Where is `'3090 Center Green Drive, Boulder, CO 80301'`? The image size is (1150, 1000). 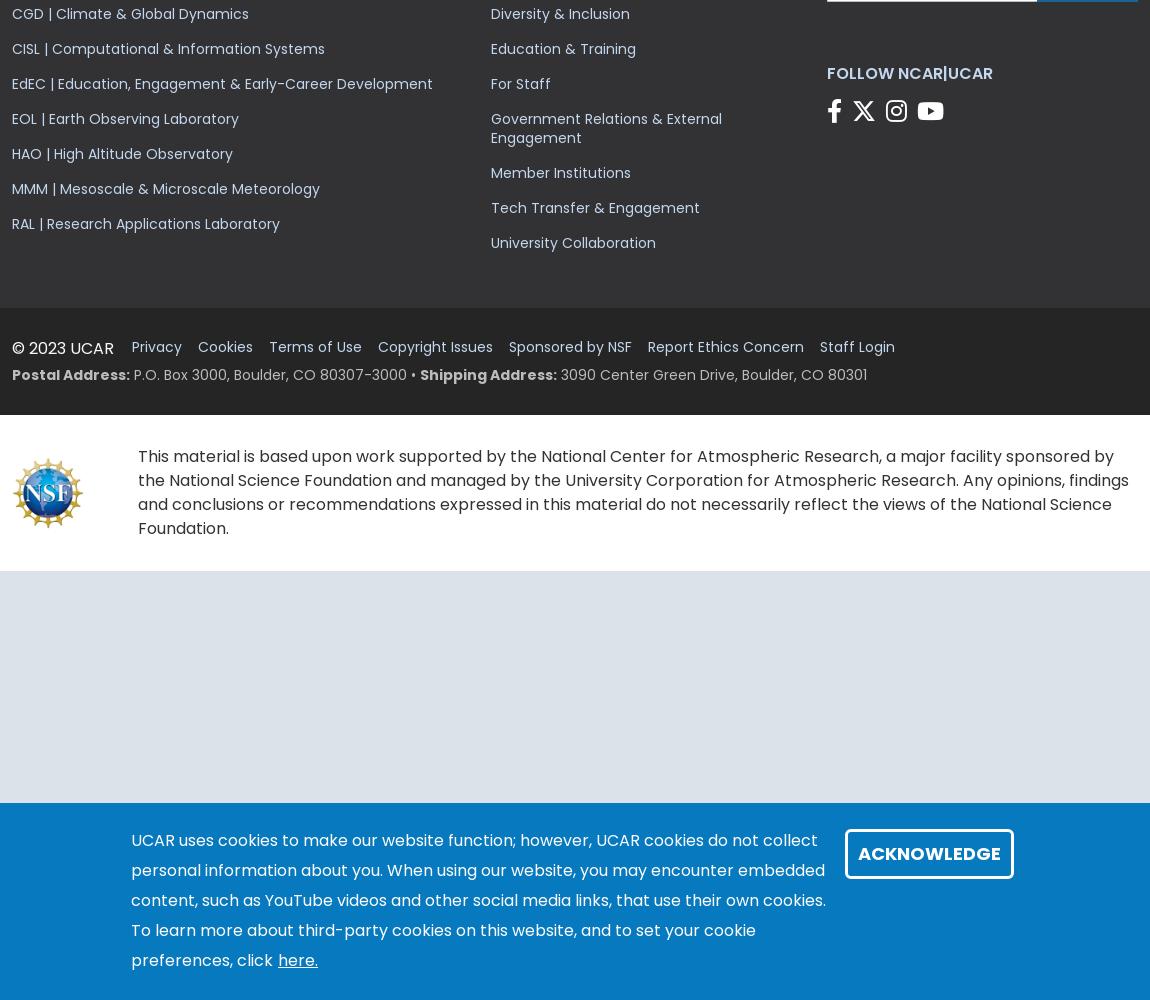 '3090 Center Green Drive, Boulder, CO 80301' is located at coordinates (713, 375).